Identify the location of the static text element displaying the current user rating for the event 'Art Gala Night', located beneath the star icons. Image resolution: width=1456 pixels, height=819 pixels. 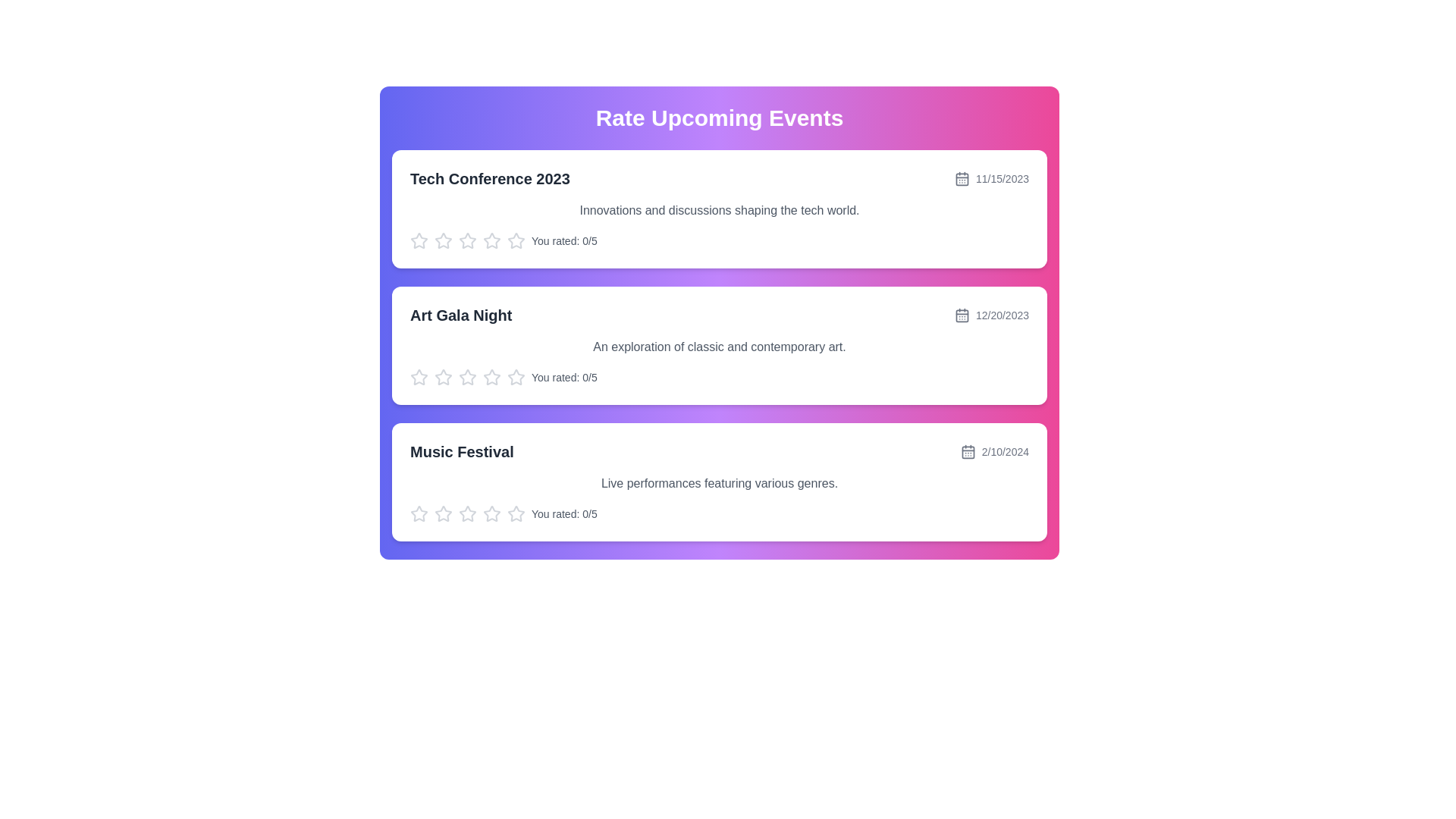
(563, 376).